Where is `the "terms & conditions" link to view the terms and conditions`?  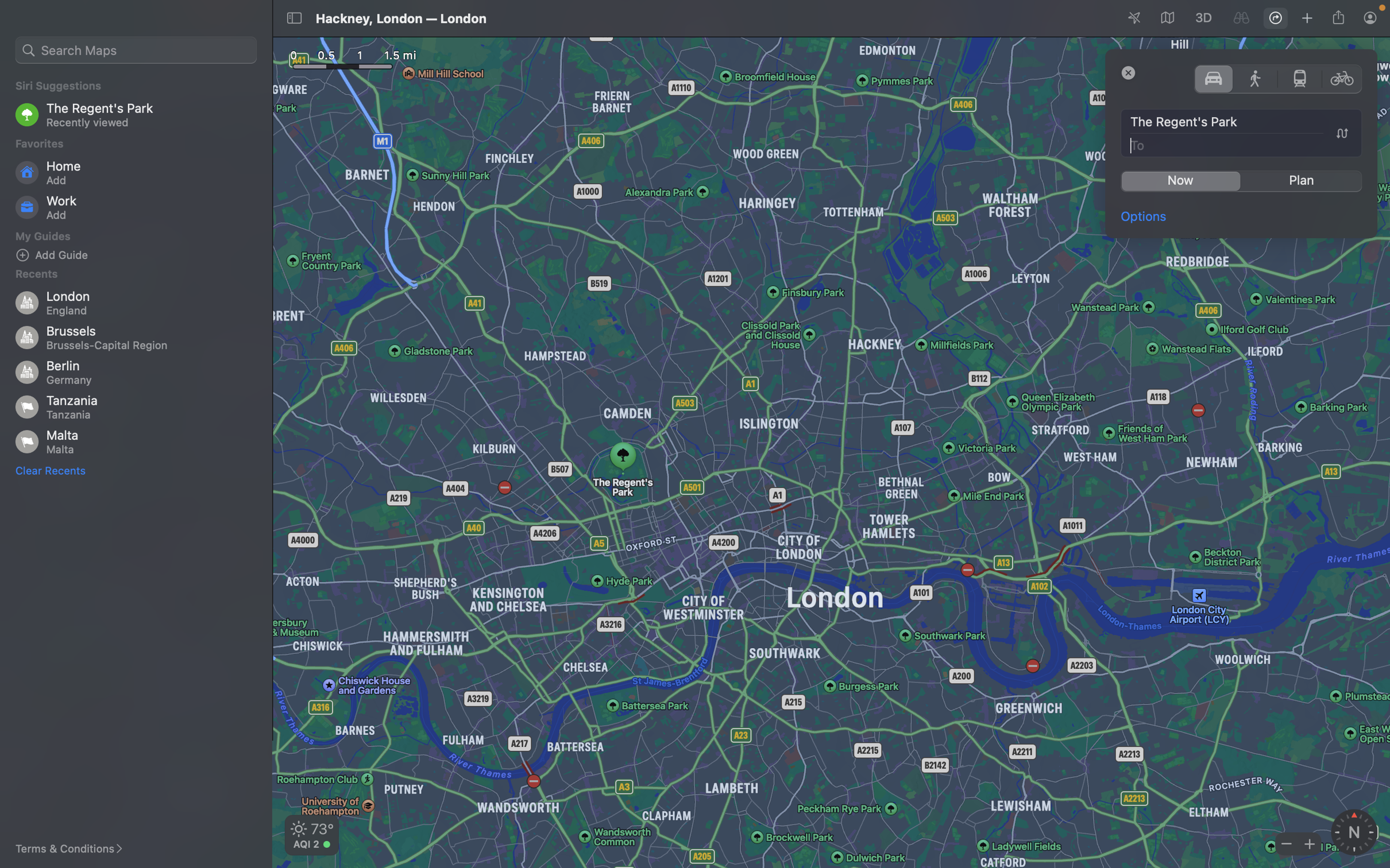 the "terms & conditions" link to view the terms and conditions is located at coordinates (76, 848).